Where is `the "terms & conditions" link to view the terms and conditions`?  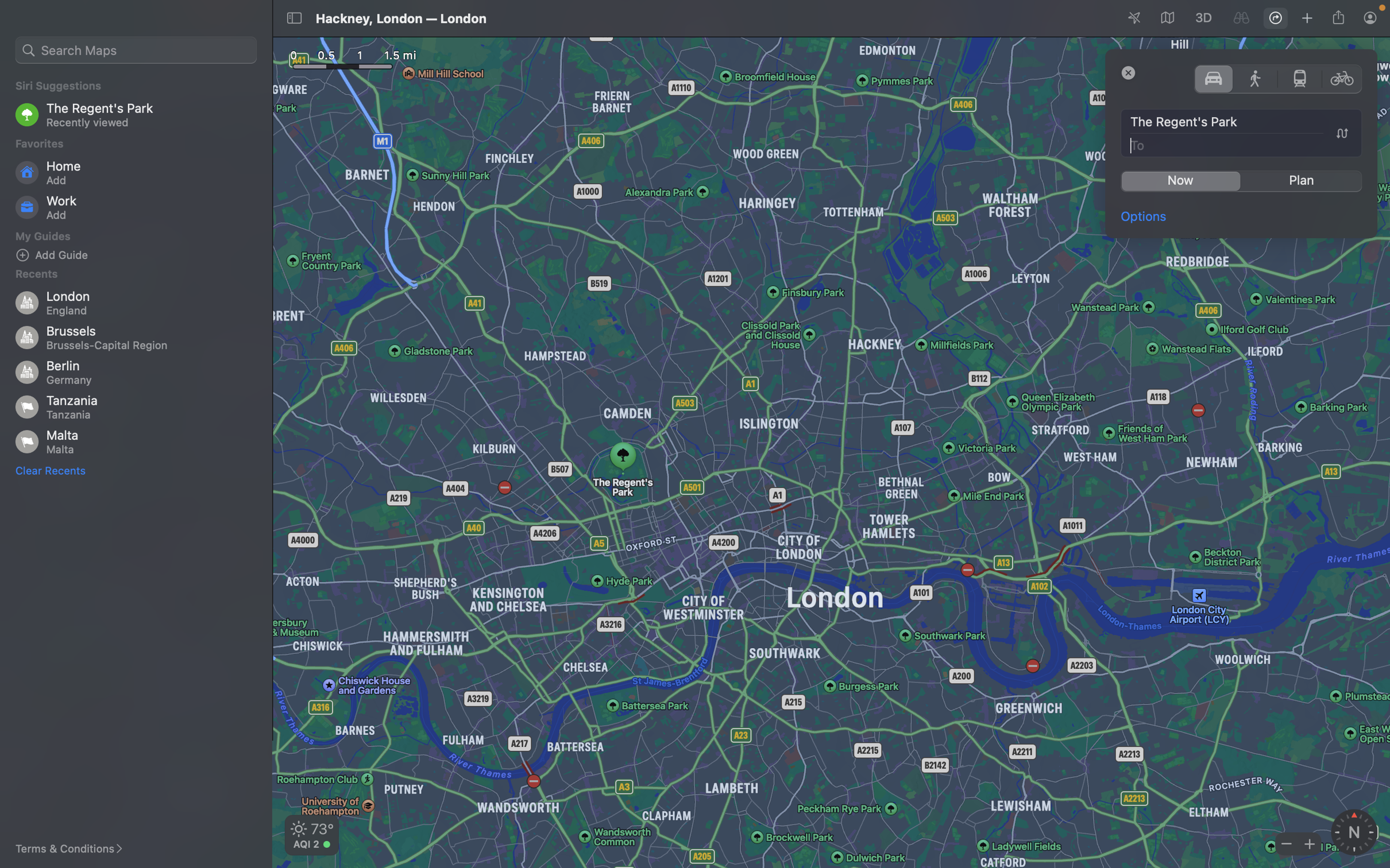 the "terms & conditions" link to view the terms and conditions is located at coordinates (76, 848).